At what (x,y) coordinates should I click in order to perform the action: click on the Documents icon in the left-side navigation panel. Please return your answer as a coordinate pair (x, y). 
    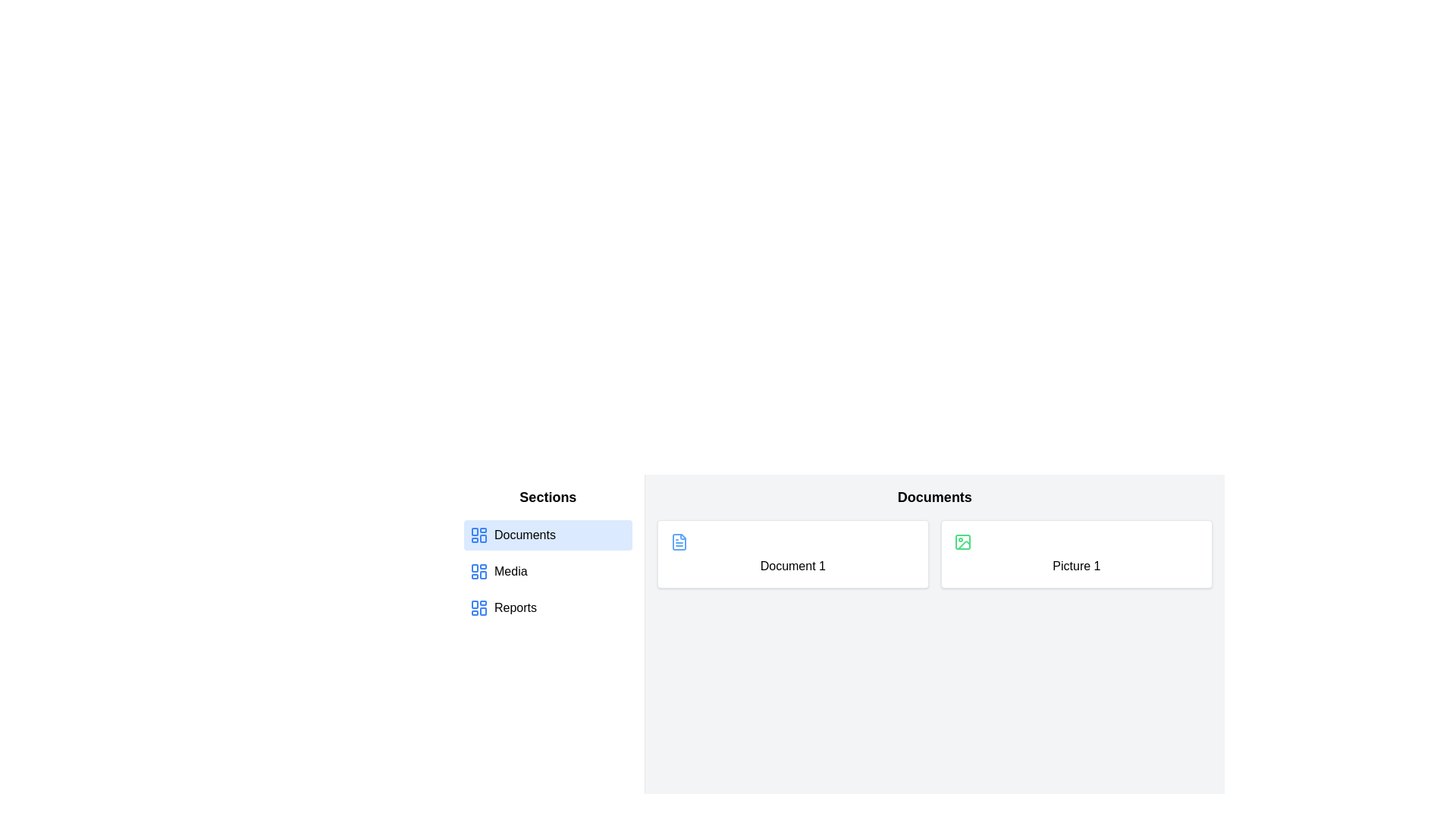
    Looking at the image, I should click on (479, 534).